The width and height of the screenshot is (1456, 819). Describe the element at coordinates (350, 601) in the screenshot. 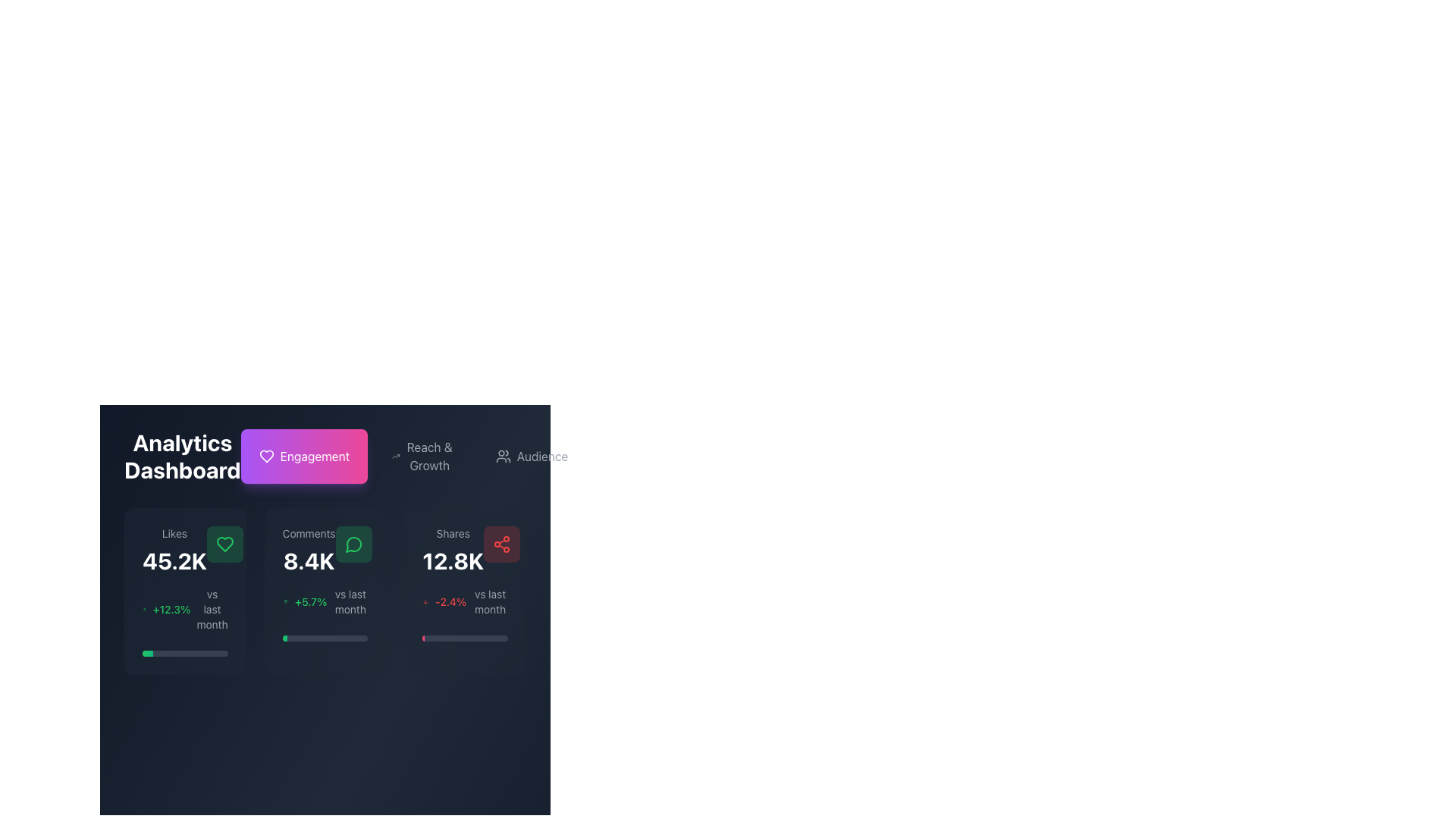

I see `the text label displaying 'vs last month' located below the '+5.7%' text in the 'Comments' section of the dashboard` at that location.